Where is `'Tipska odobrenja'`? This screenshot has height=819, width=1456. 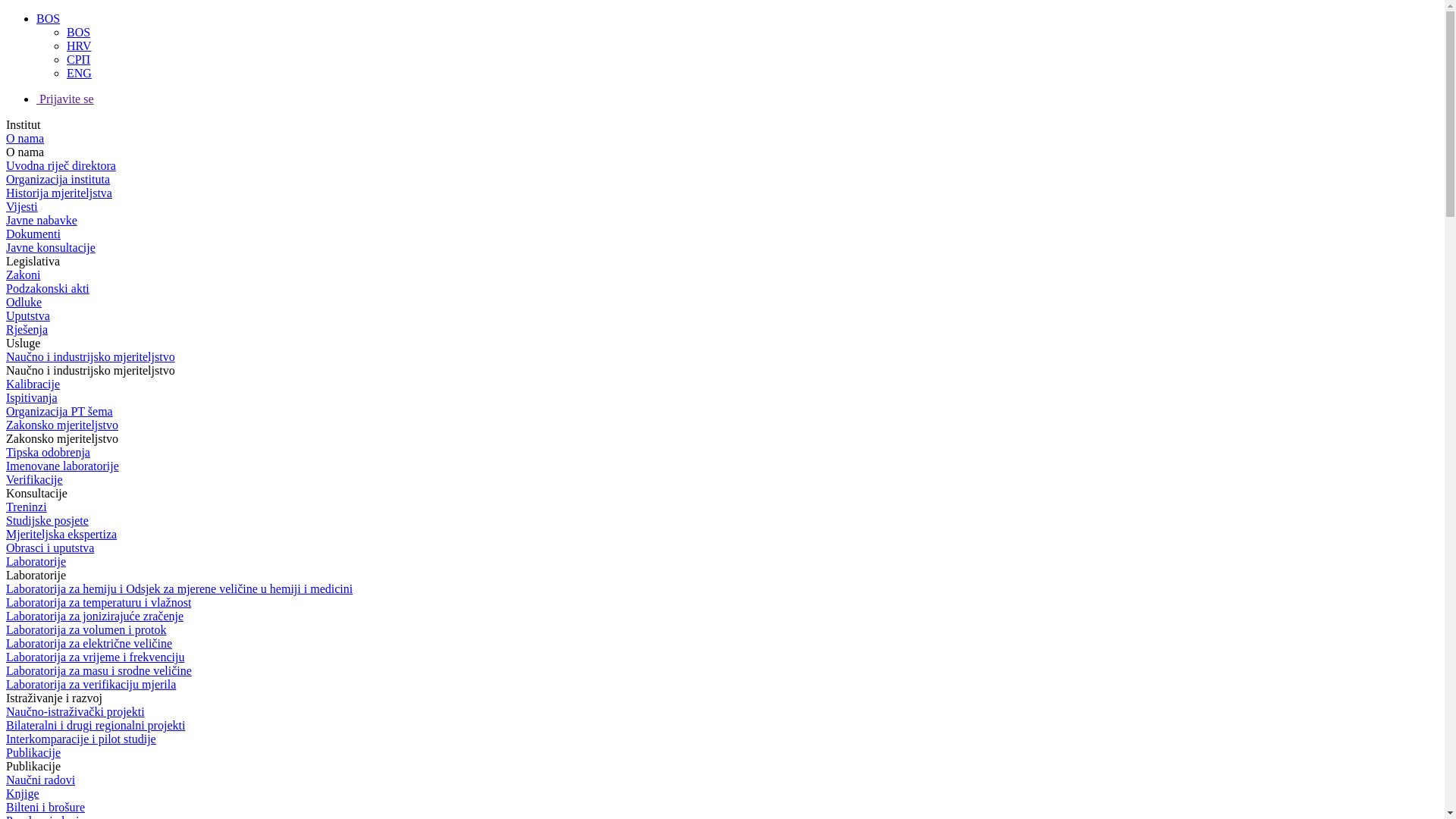 'Tipska odobrenja' is located at coordinates (6, 451).